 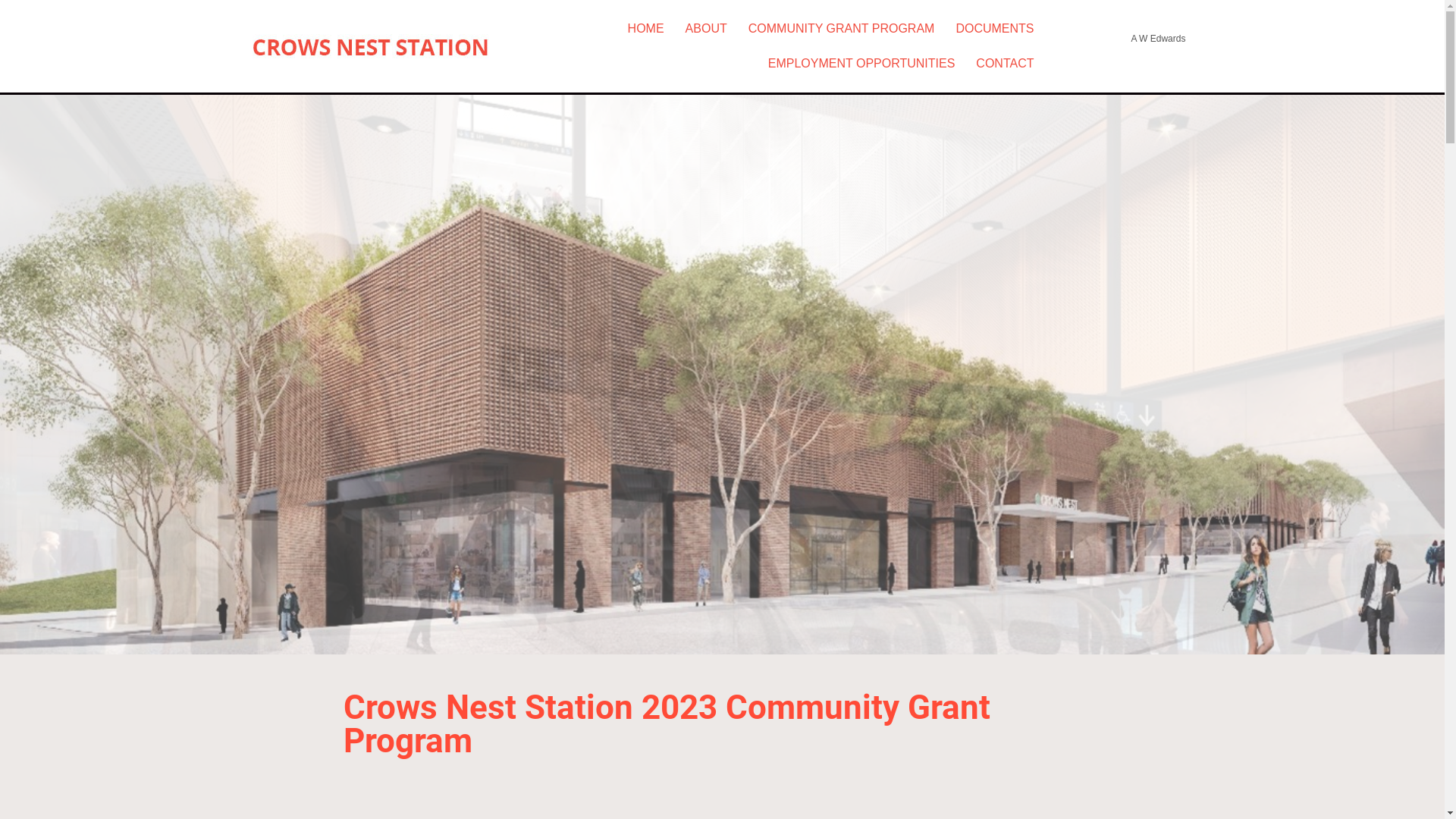 What do you see at coordinates (964, 63) in the screenshot?
I see `'CONTACT'` at bounding box center [964, 63].